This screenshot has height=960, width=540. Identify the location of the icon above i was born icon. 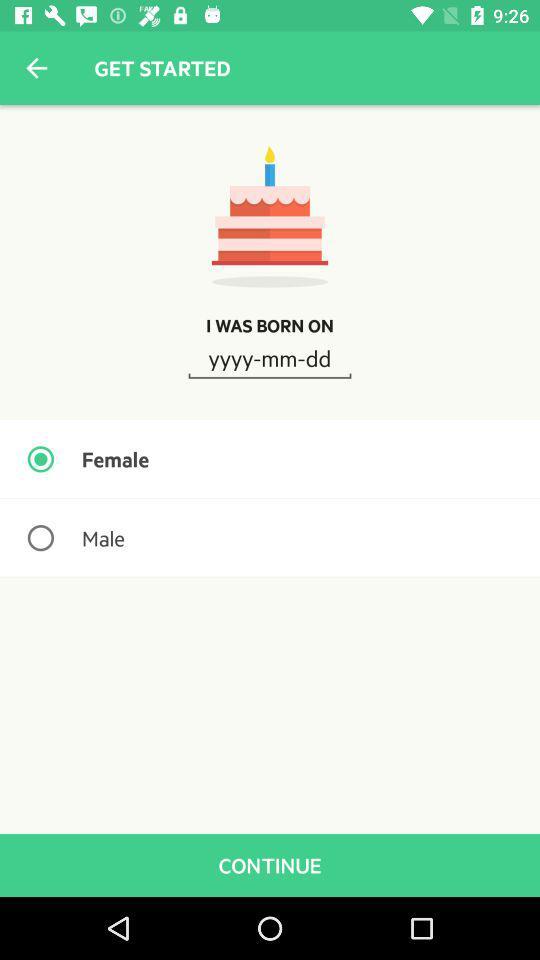
(36, 68).